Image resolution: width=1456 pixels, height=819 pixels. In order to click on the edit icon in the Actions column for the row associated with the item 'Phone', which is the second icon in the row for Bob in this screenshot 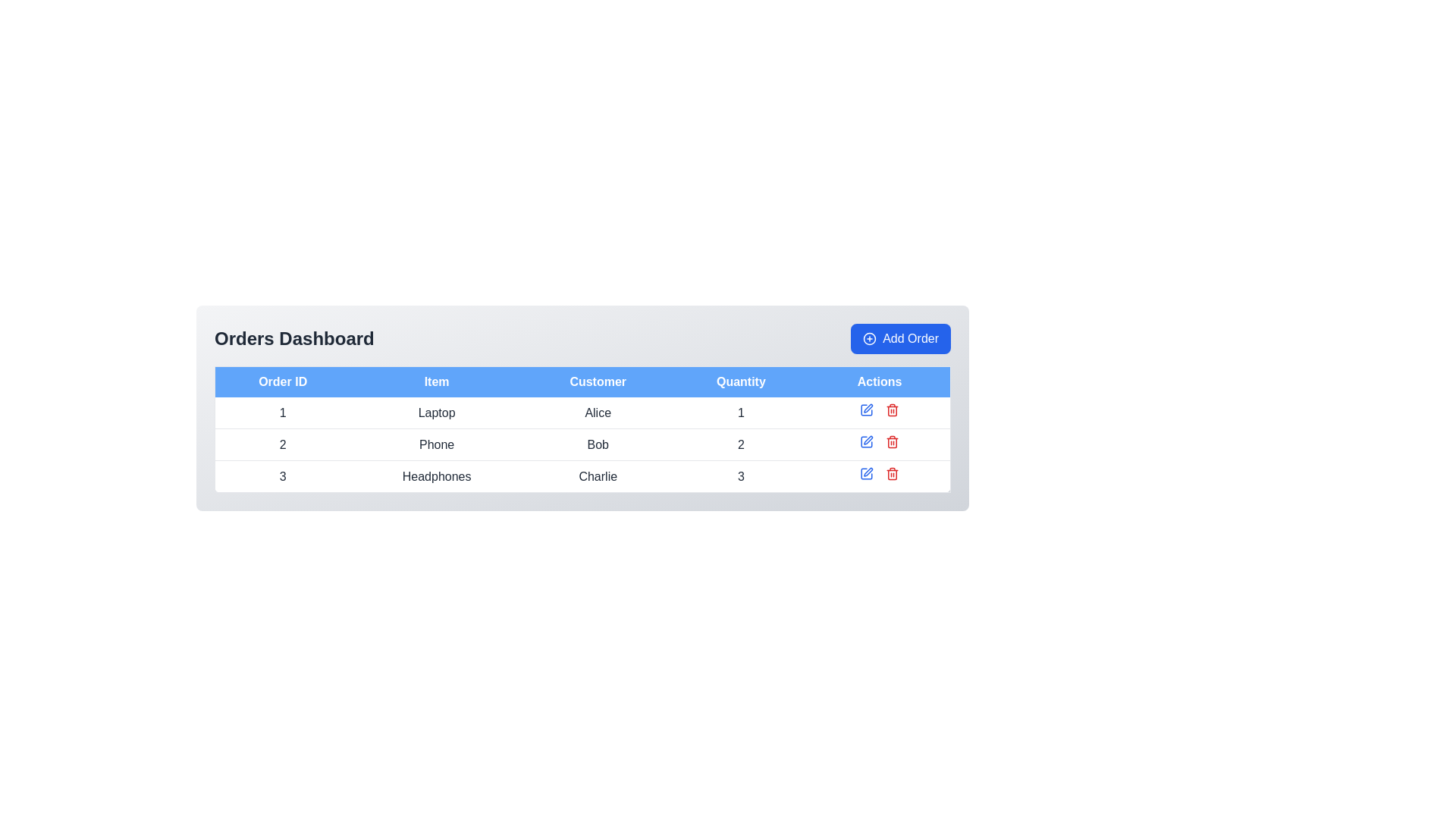, I will do `click(868, 407)`.